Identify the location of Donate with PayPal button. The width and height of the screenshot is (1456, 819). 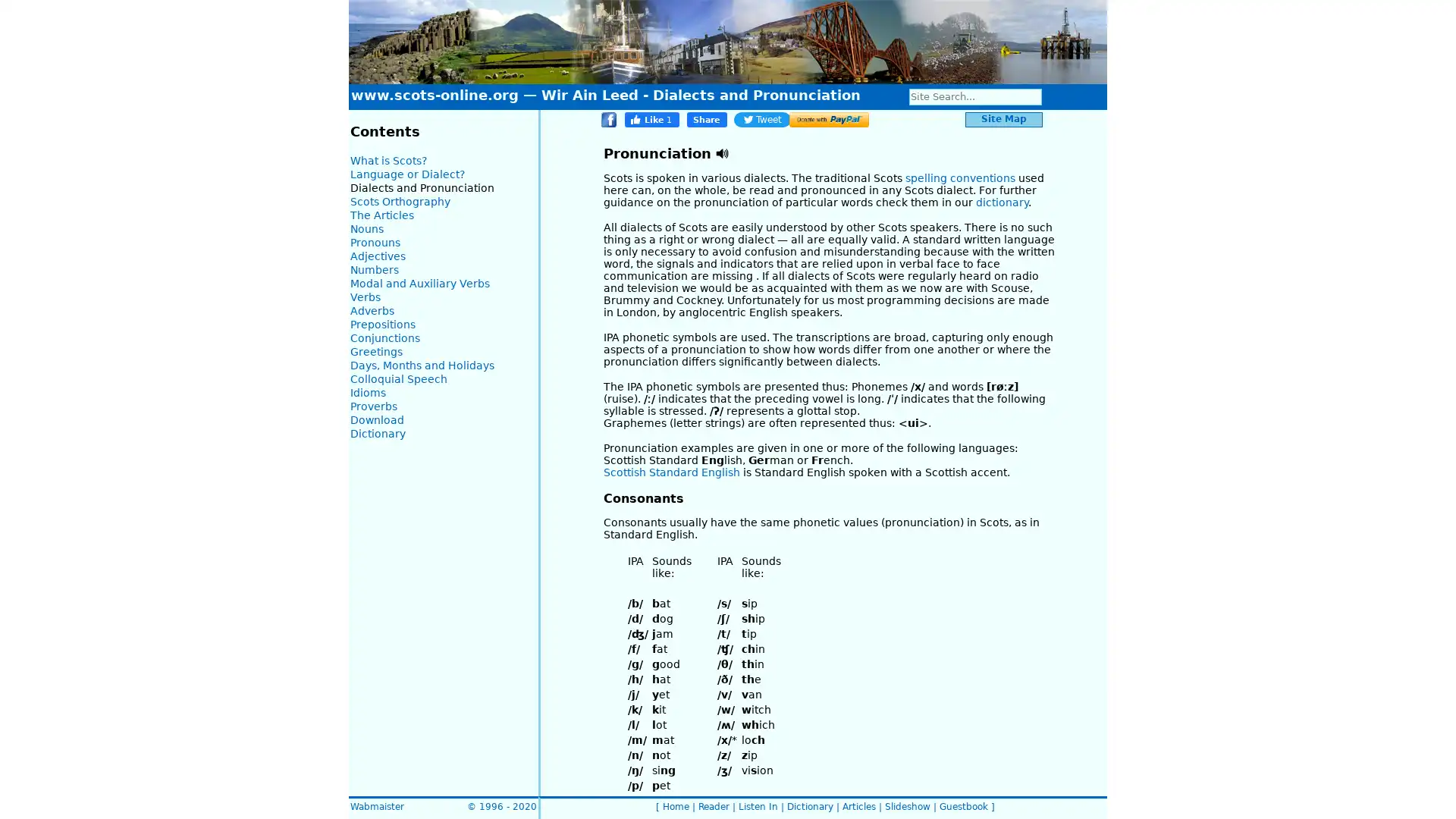
(828, 119).